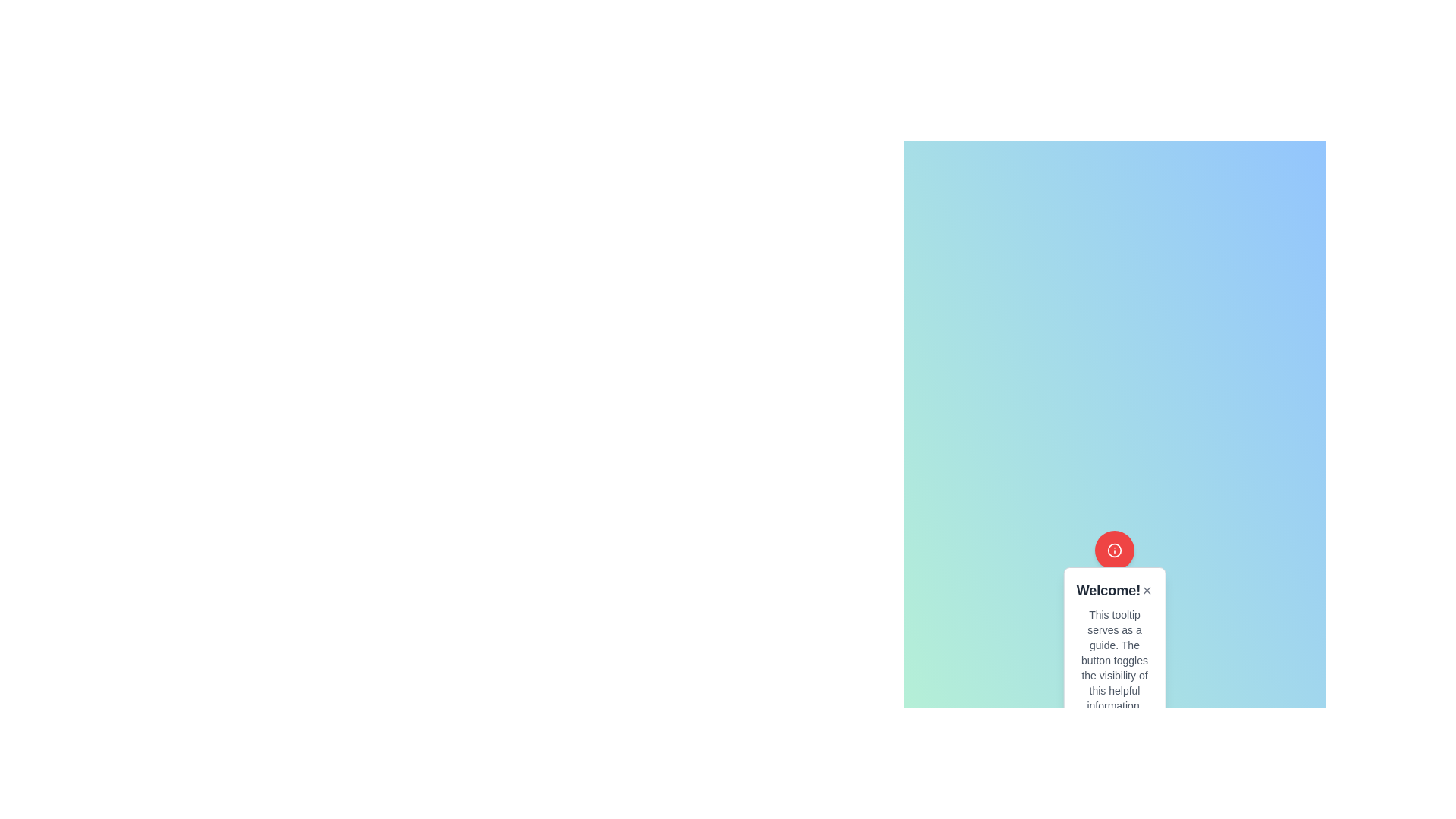 This screenshot has height=819, width=1456. Describe the element at coordinates (1114, 593) in the screenshot. I see `the 'Welcome!' text component which is bold and large, located at the top of the tooltip box, with an adjacent close icon on the right` at that location.